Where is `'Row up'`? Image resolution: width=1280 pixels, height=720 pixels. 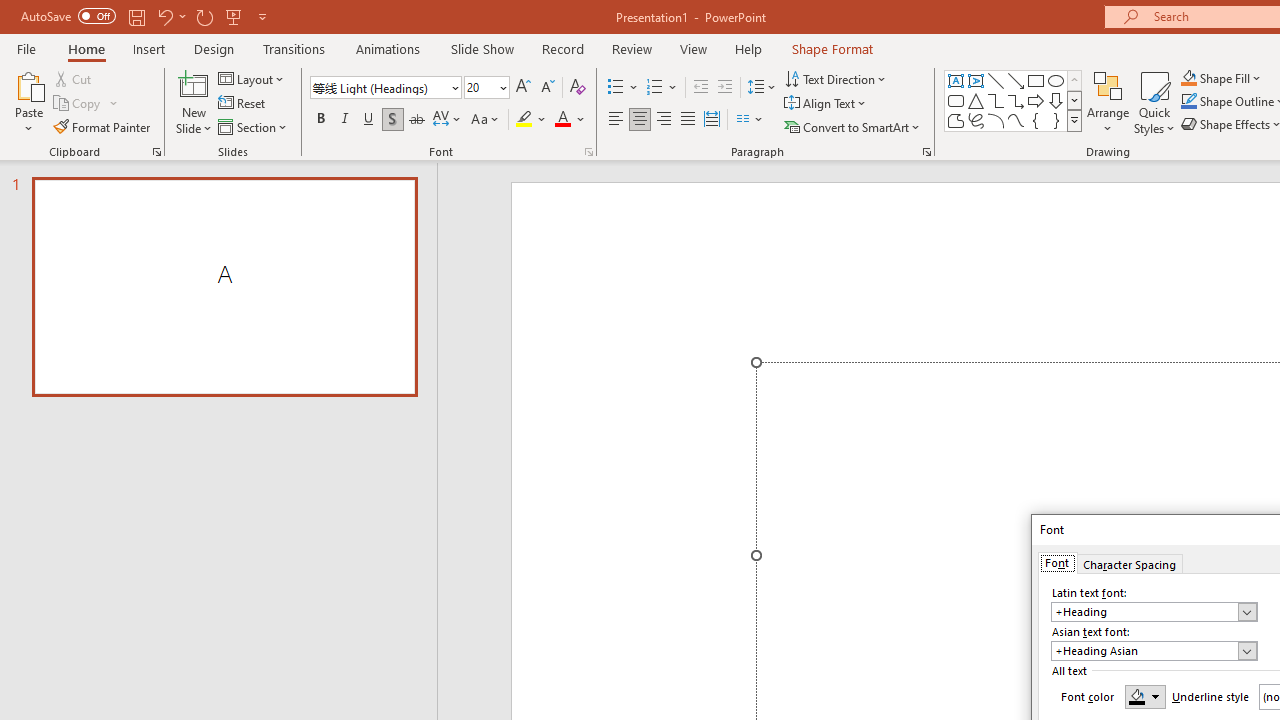
'Row up' is located at coordinates (1073, 79).